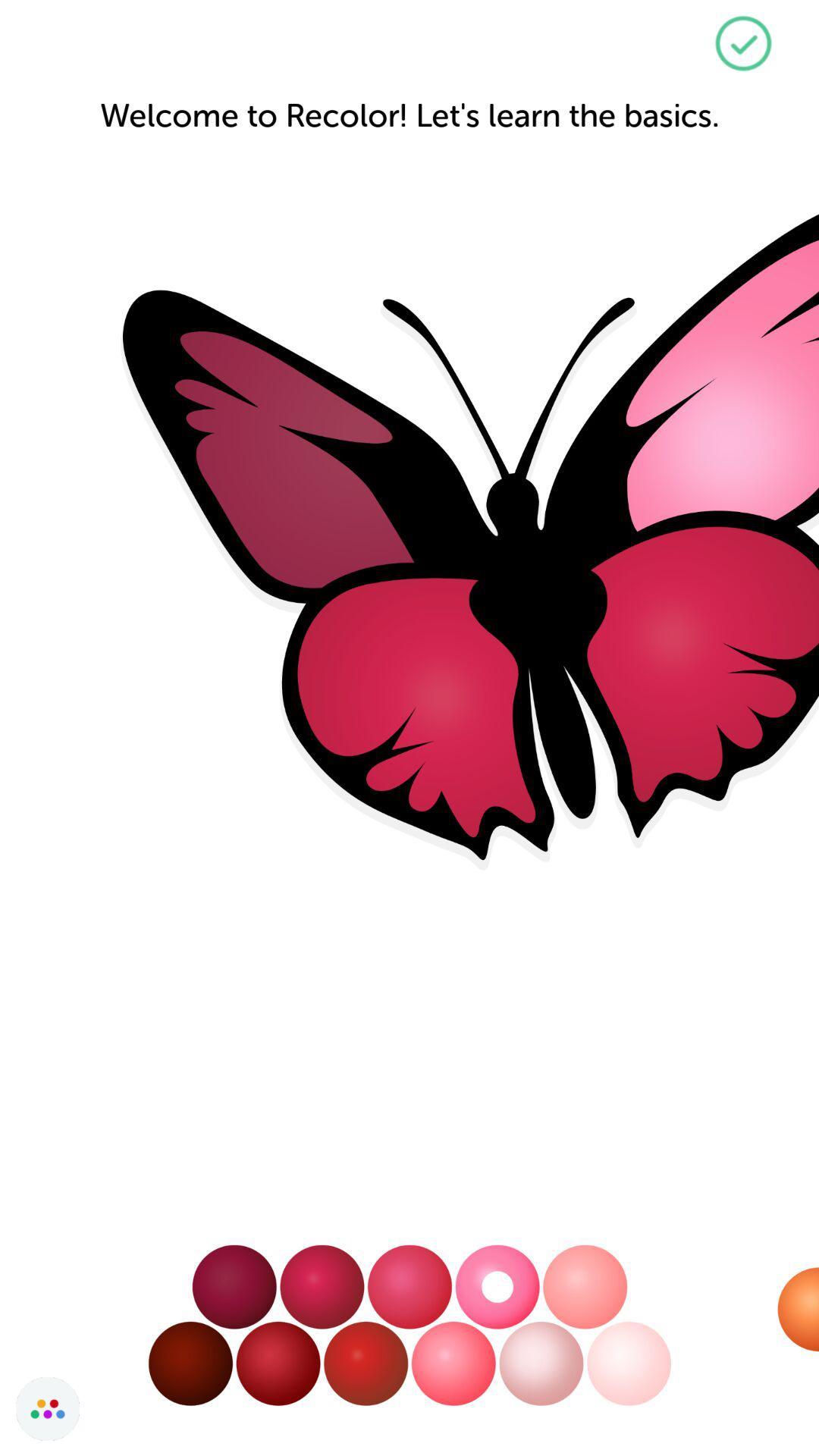 The height and width of the screenshot is (1456, 819). What do you see at coordinates (742, 43) in the screenshot?
I see `accept changes` at bounding box center [742, 43].